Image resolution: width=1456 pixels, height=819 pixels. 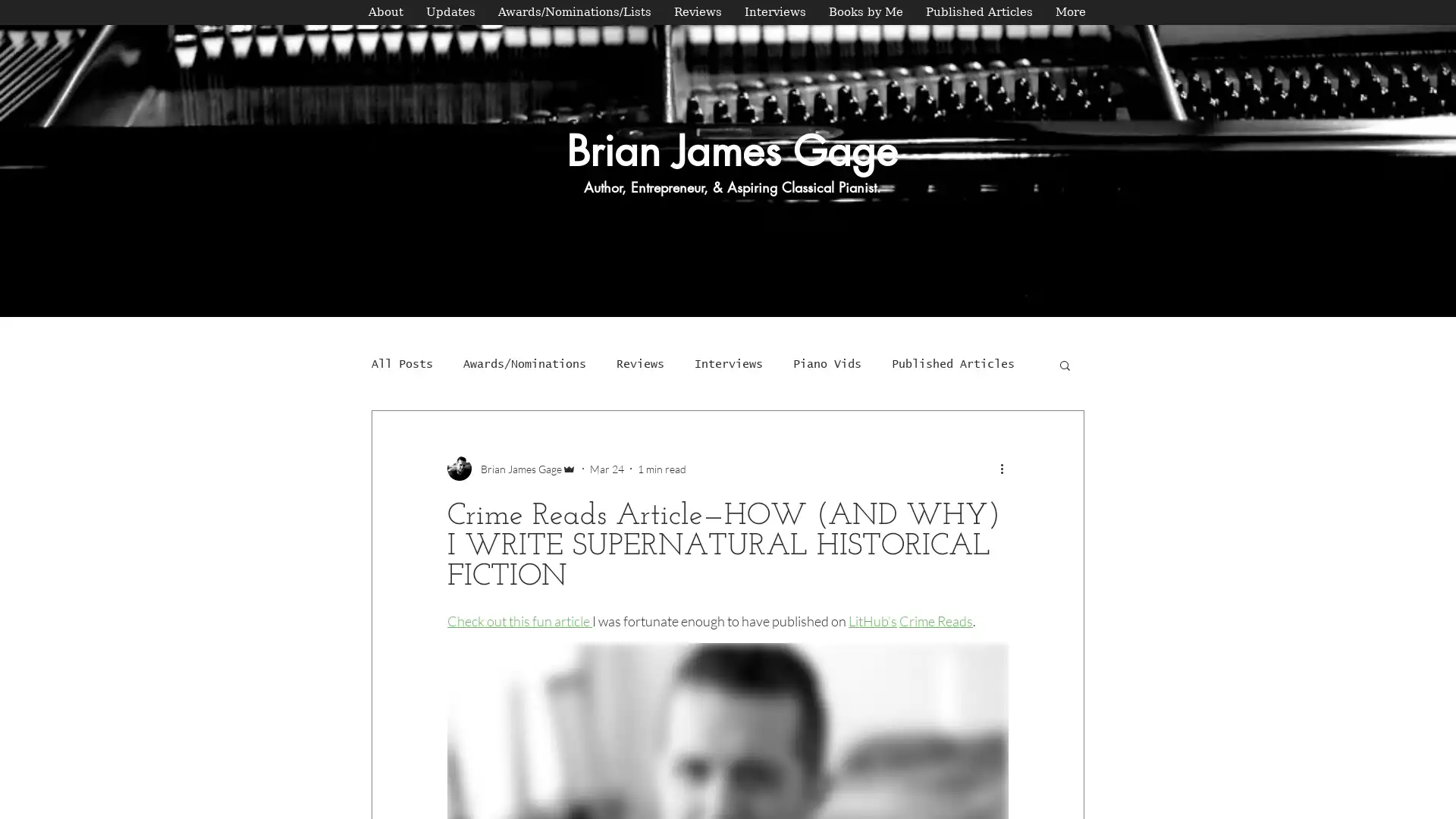 What do you see at coordinates (1064, 366) in the screenshot?
I see `Search` at bounding box center [1064, 366].